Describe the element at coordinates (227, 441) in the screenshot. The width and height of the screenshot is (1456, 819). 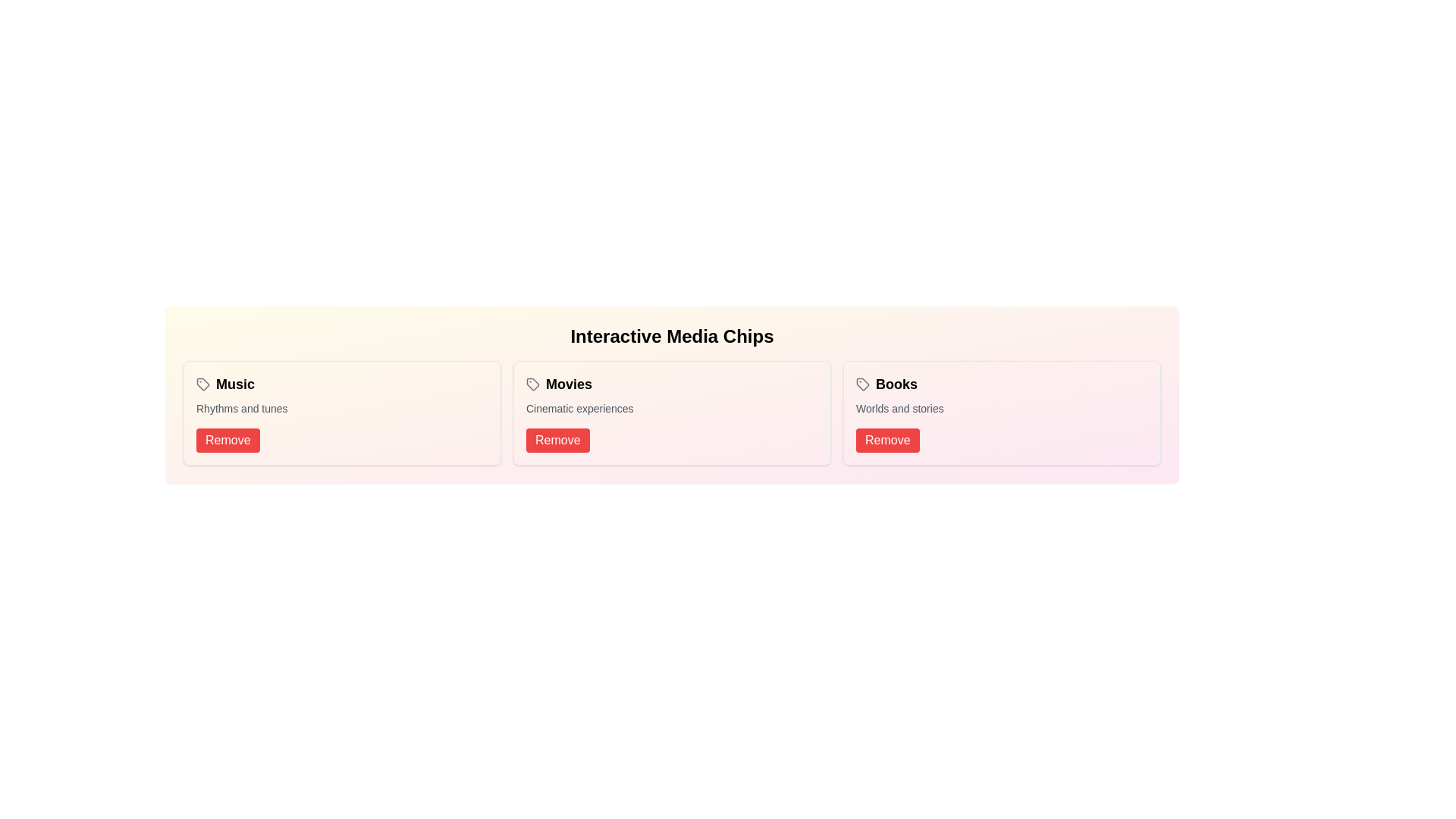
I see `remove button for the chip labeled Music` at that location.